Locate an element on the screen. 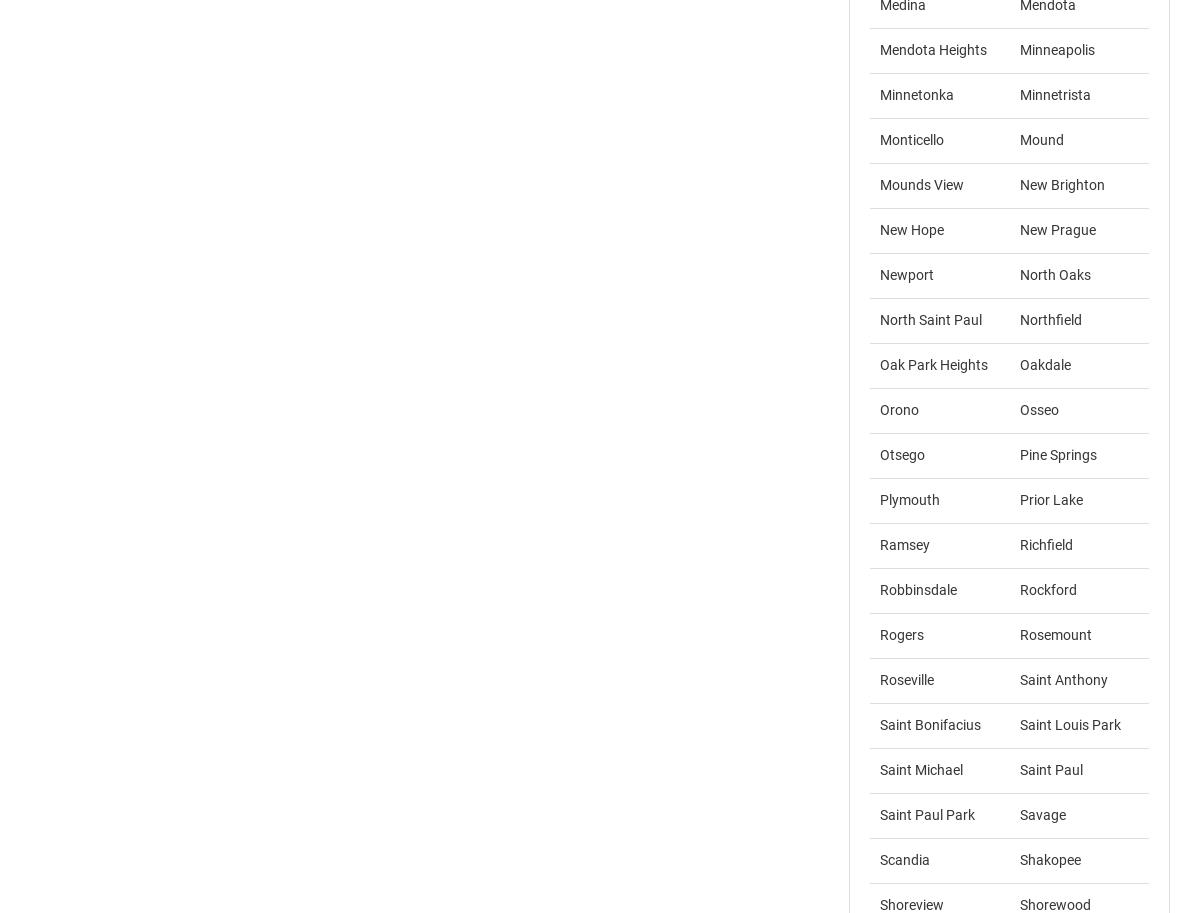  'Pine Springs' is located at coordinates (1056, 455).